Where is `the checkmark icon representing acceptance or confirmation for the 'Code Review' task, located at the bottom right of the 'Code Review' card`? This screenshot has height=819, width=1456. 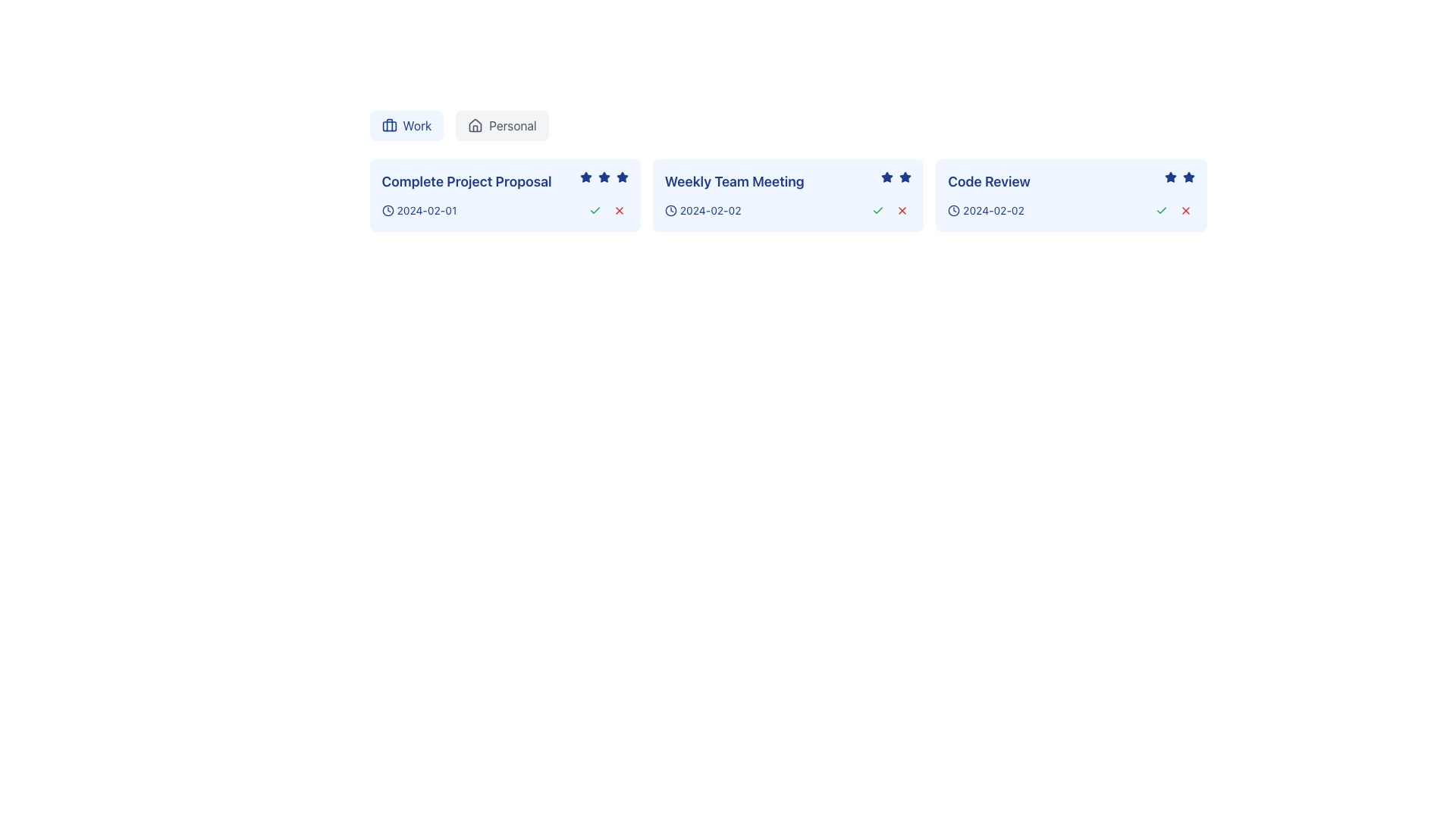 the checkmark icon representing acceptance or confirmation for the 'Code Review' task, located at the bottom right of the 'Code Review' card is located at coordinates (1160, 210).